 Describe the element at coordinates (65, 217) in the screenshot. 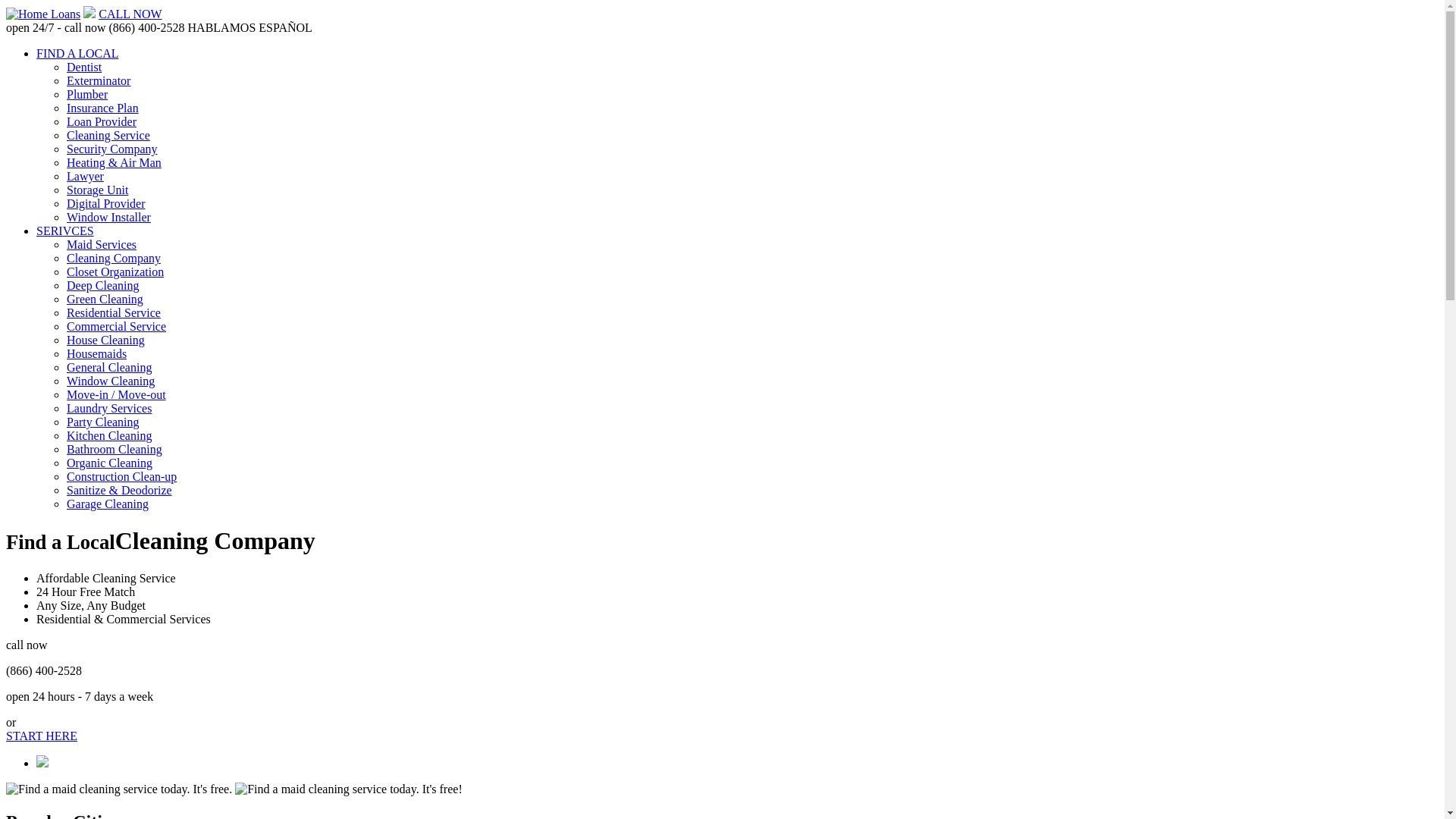

I see `'Window Installer'` at that location.